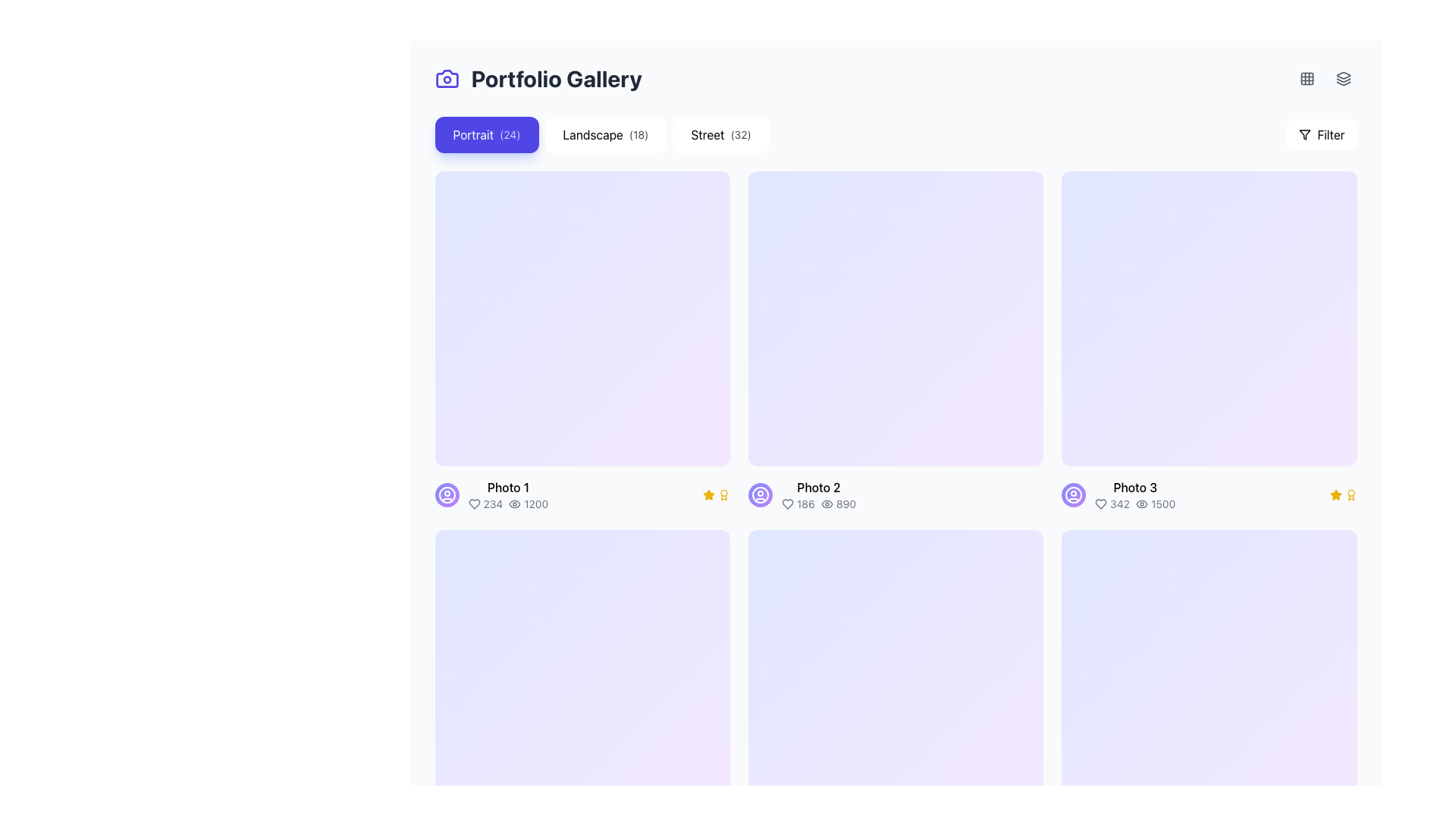 The height and width of the screenshot is (819, 1456). Describe the element at coordinates (1335, 495) in the screenshot. I see `the golden-yellow filled star icon located in the footer section under the third photo card labeled 'Photo 3', positioned to the right of the text details '342' and '1500'` at that location.